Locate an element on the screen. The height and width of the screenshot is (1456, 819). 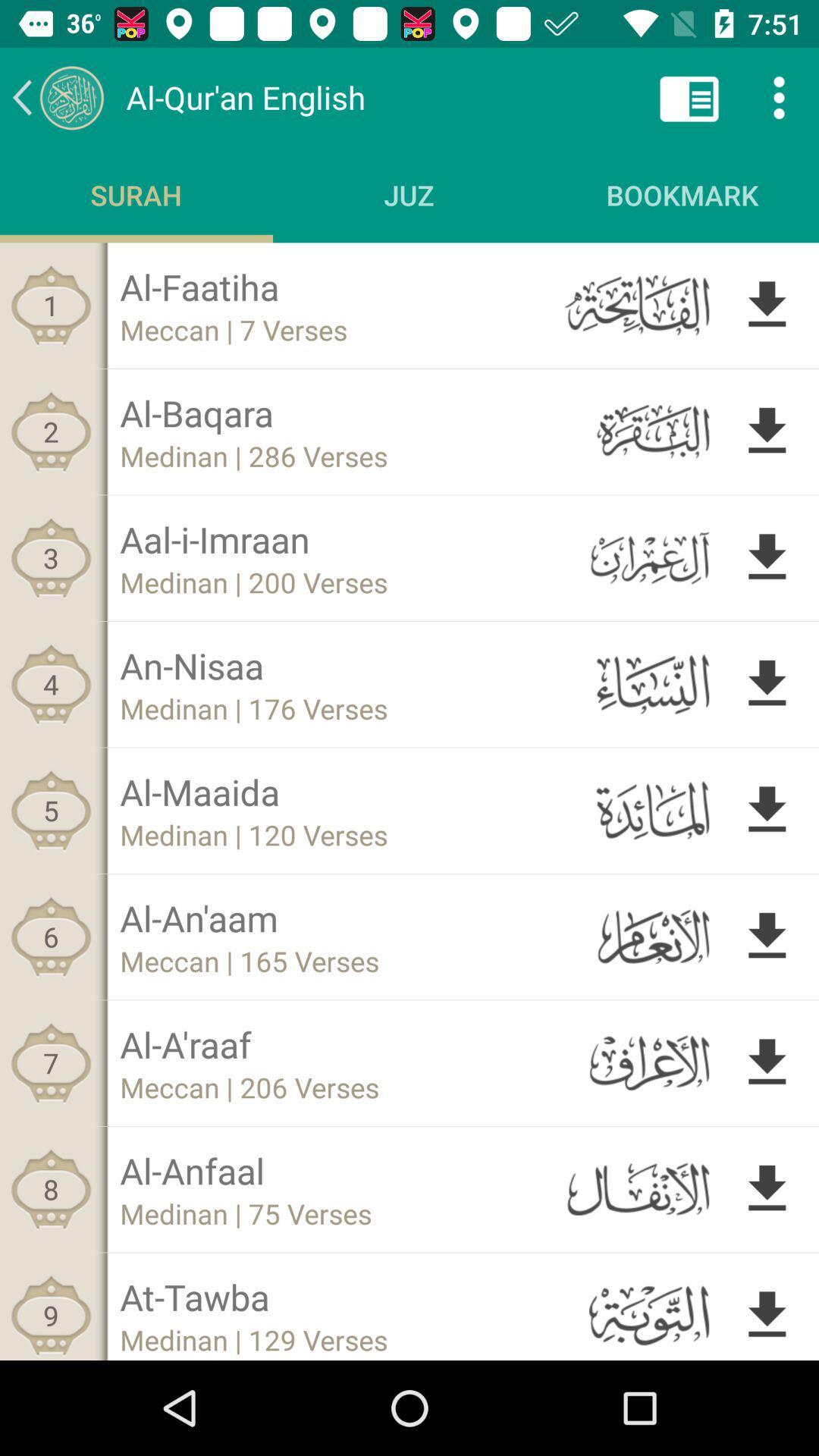
download is located at coordinates (767, 1311).